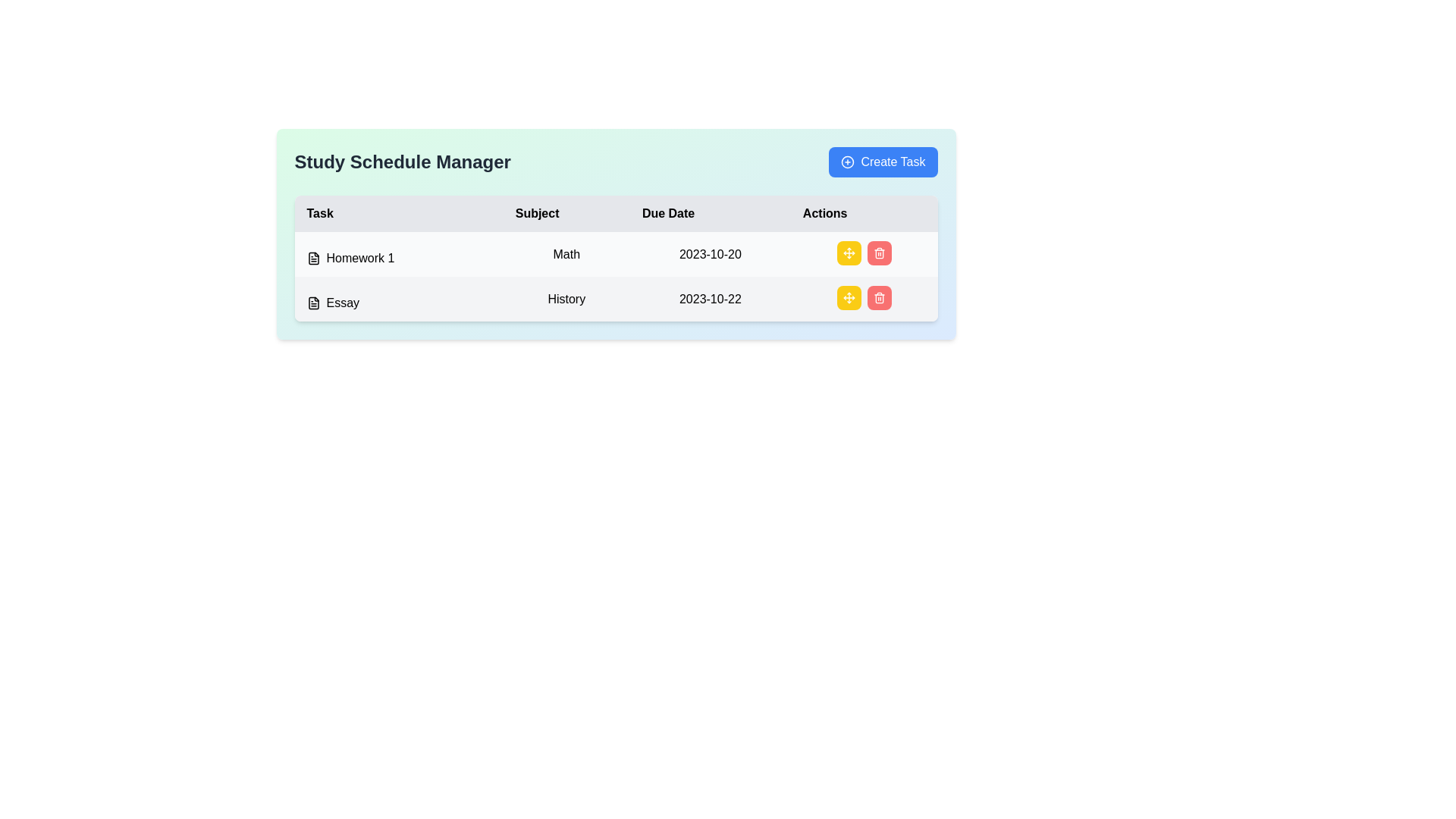 The height and width of the screenshot is (819, 1456). Describe the element at coordinates (879, 299) in the screenshot. I see `the red-colored trash can icon located` at that location.